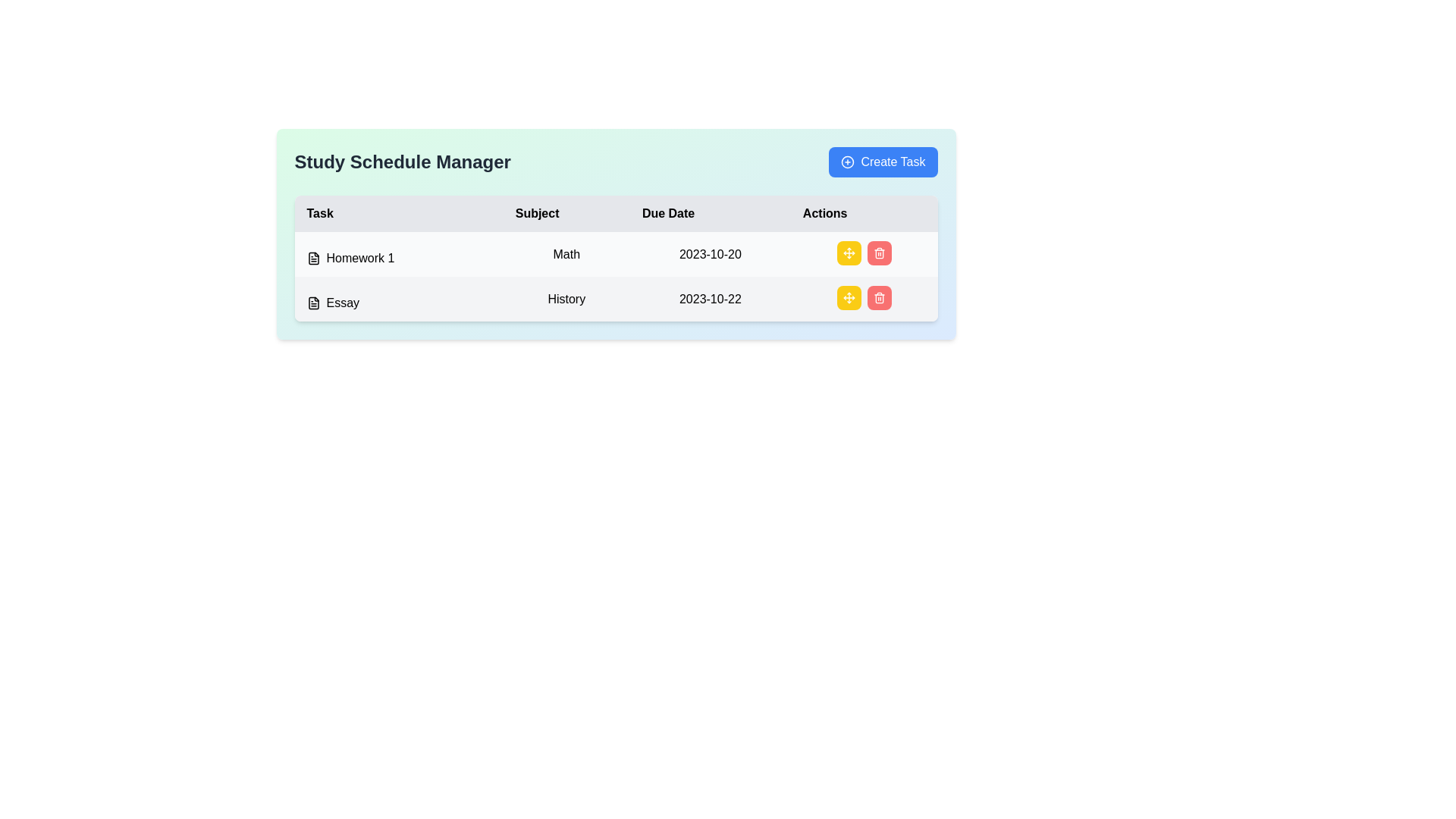 The height and width of the screenshot is (819, 1456). Describe the element at coordinates (879, 299) in the screenshot. I see `the red-colored trash can icon located` at that location.